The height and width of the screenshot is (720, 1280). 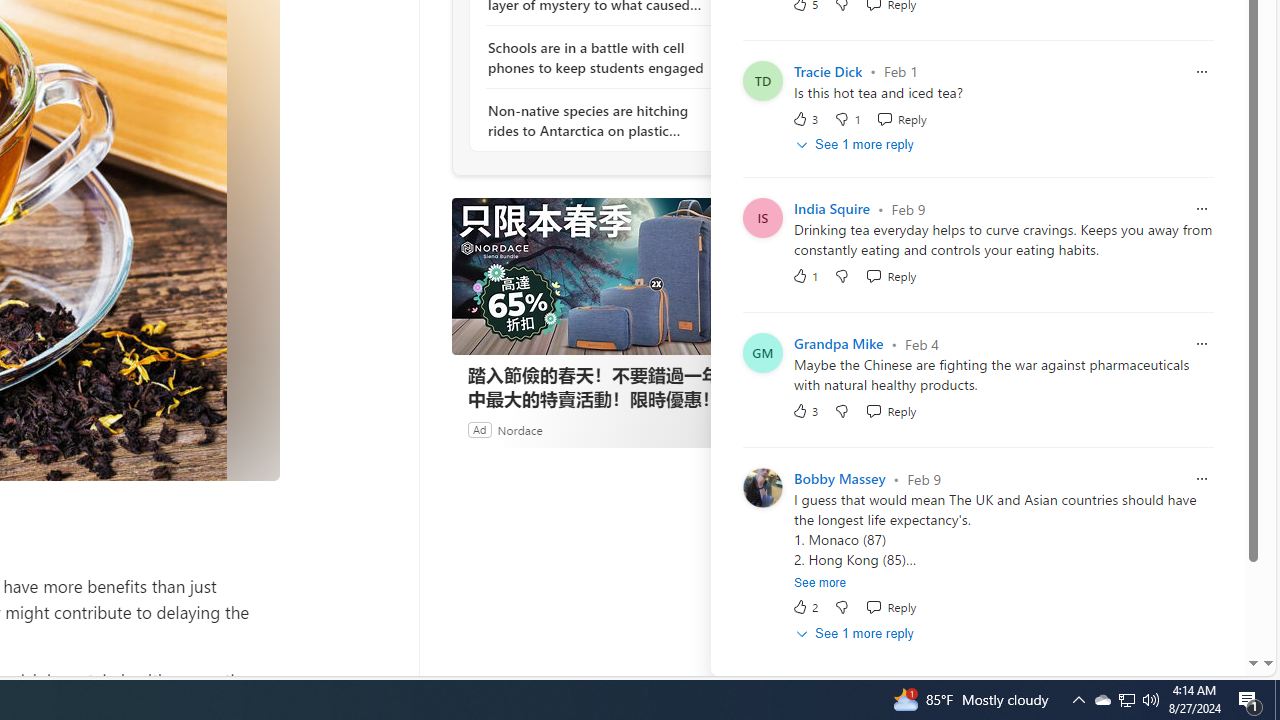 What do you see at coordinates (805, 606) in the screenshot?
I see `'2 Like'` at bounding box center [805, 606].